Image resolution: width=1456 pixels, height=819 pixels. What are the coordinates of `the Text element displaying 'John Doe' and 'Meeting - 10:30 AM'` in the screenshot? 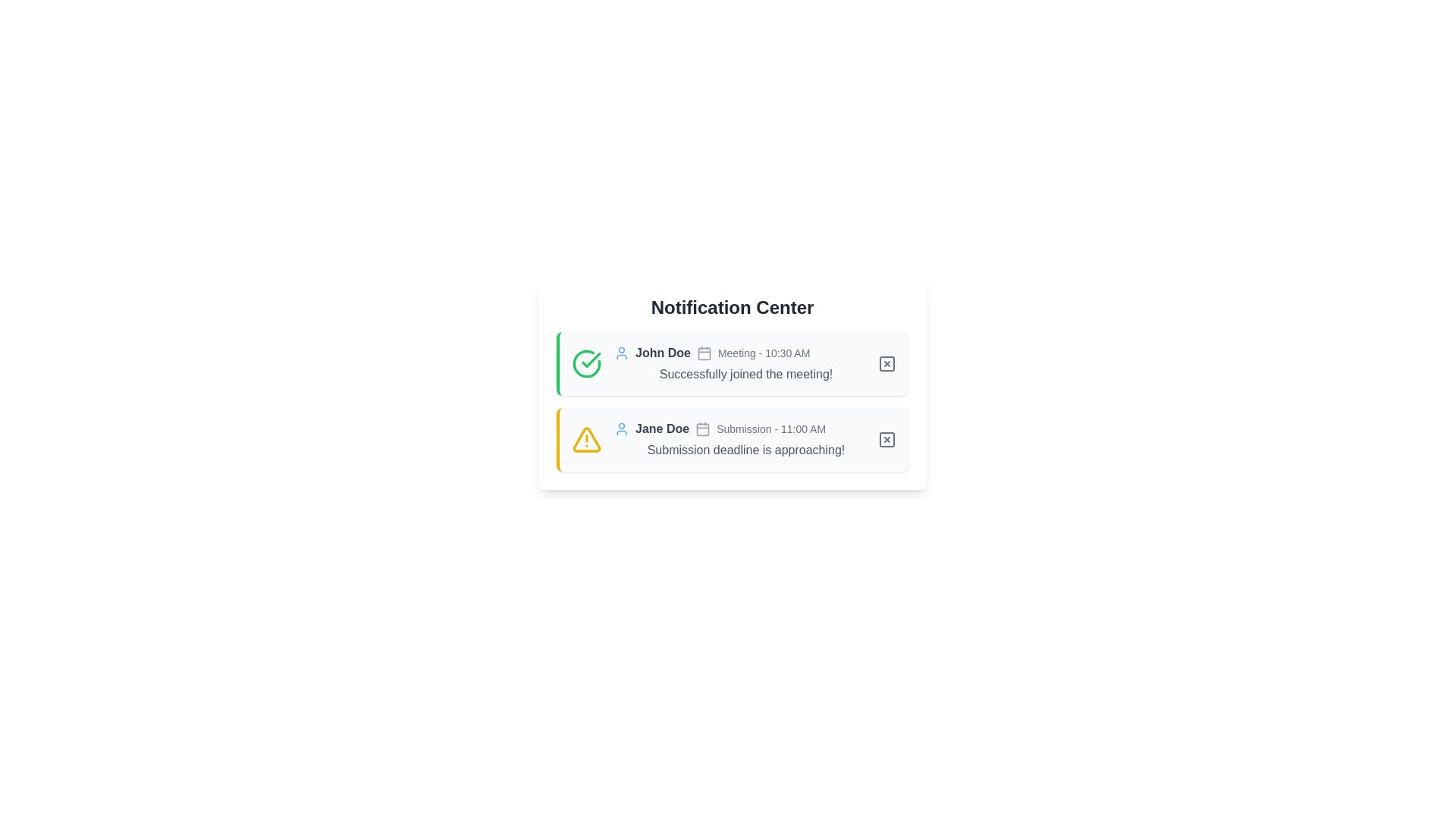 It's located at (745, 353).